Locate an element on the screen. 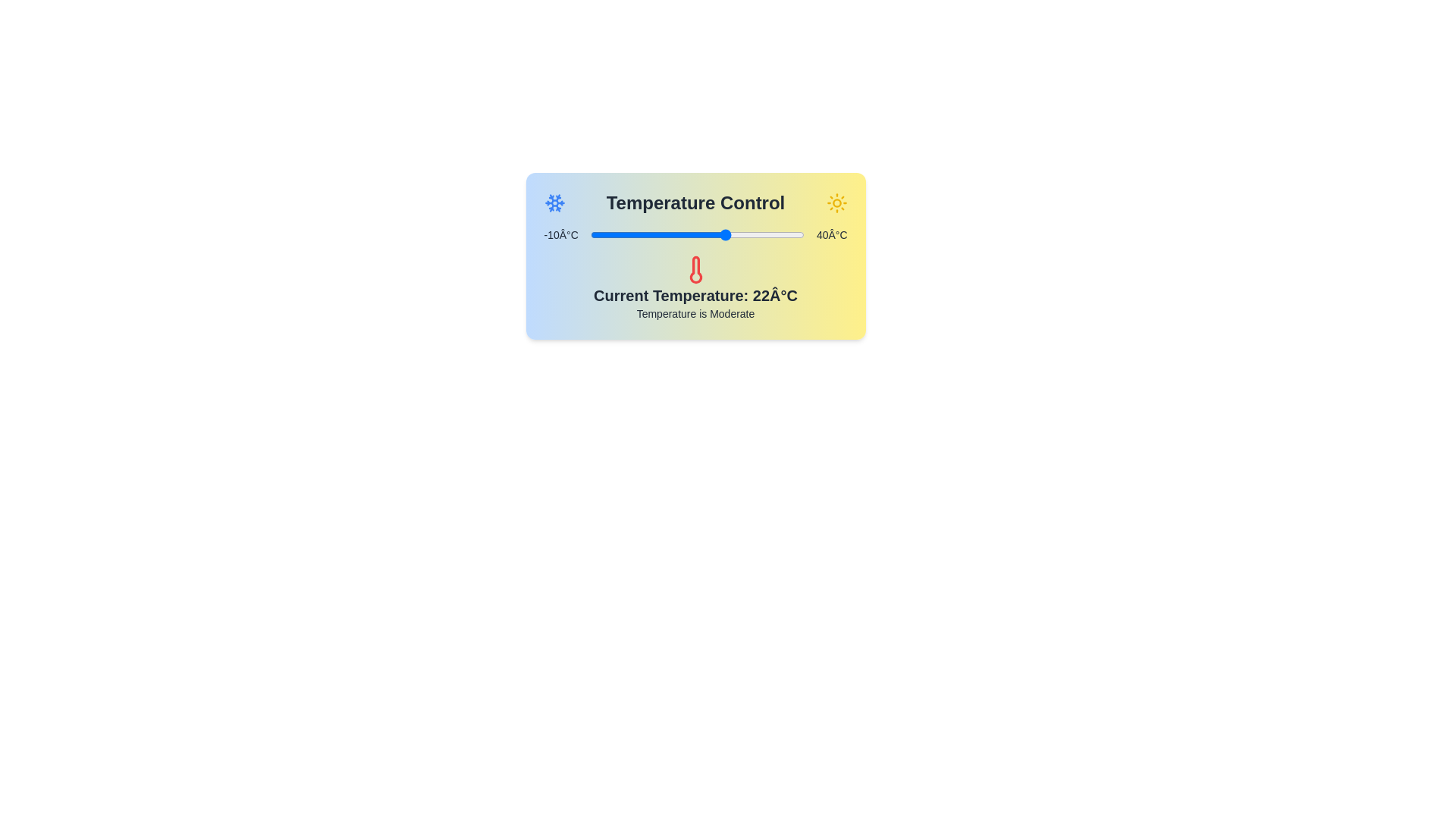 The width and height of the screenshot is (1456, 819). the temperature slider to set the temperature to 25°C is located at coordinates (740, 234).